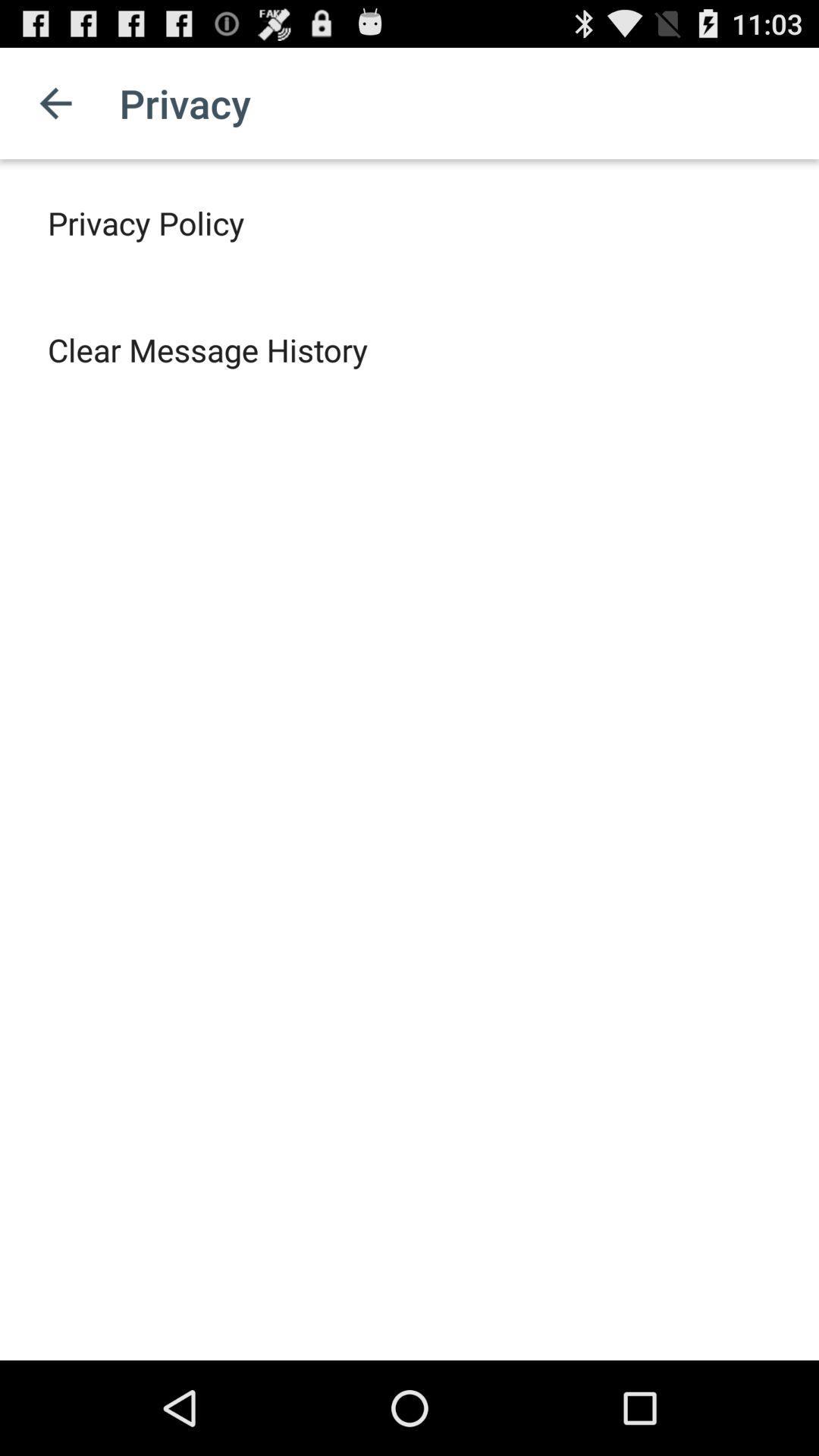 The width and height of the screenshot is (819, 1456). What do you see at coordinates (208, 349) in the screenshot?
I see `app below privacy policy app` at bounding box center [208, 349].